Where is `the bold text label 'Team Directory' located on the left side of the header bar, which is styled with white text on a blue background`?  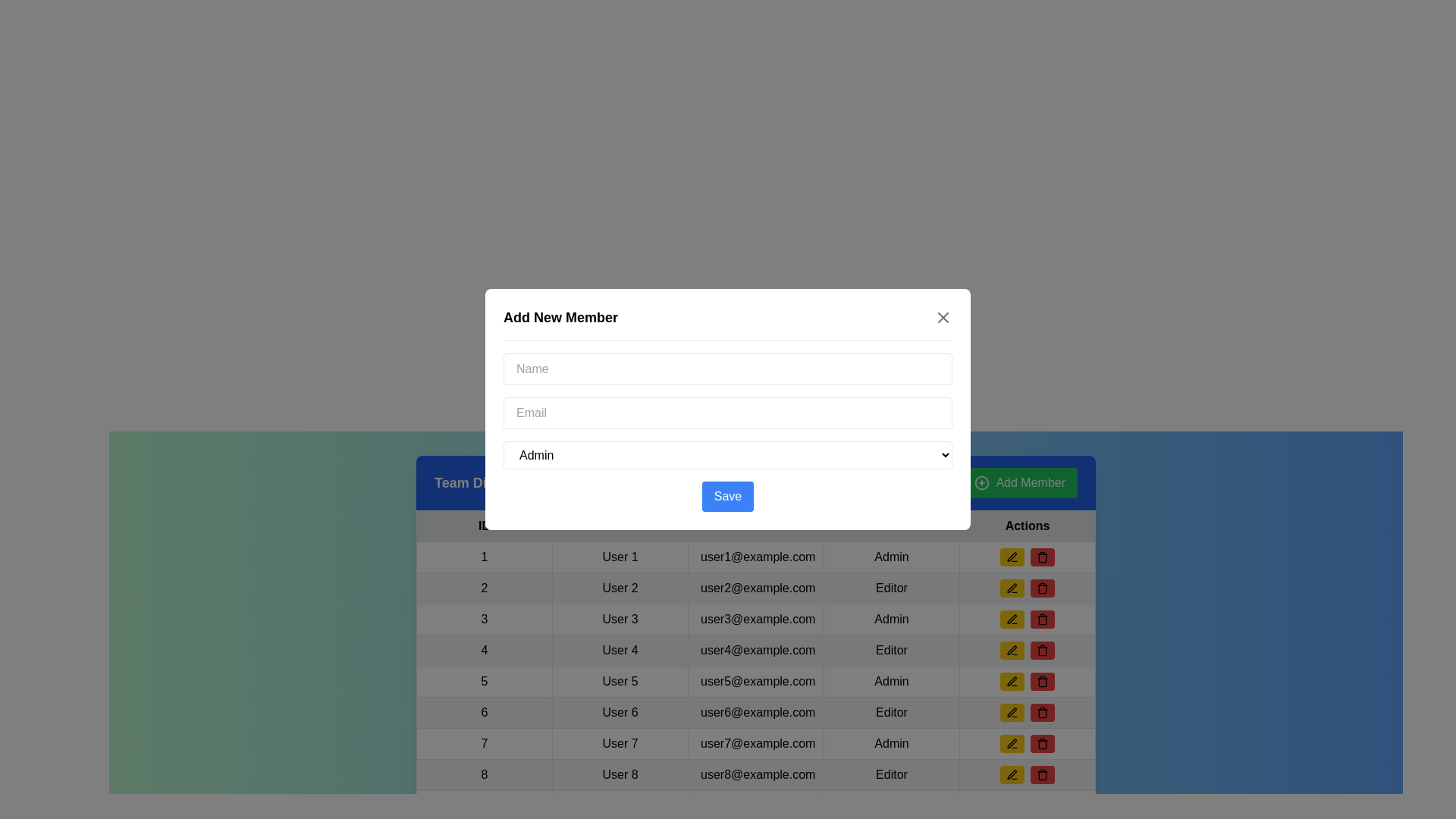 the bold text label 'Team Directory' located on the left side of the header bar, which is styled with white text on a blue background is located at coordinates (482, 482).